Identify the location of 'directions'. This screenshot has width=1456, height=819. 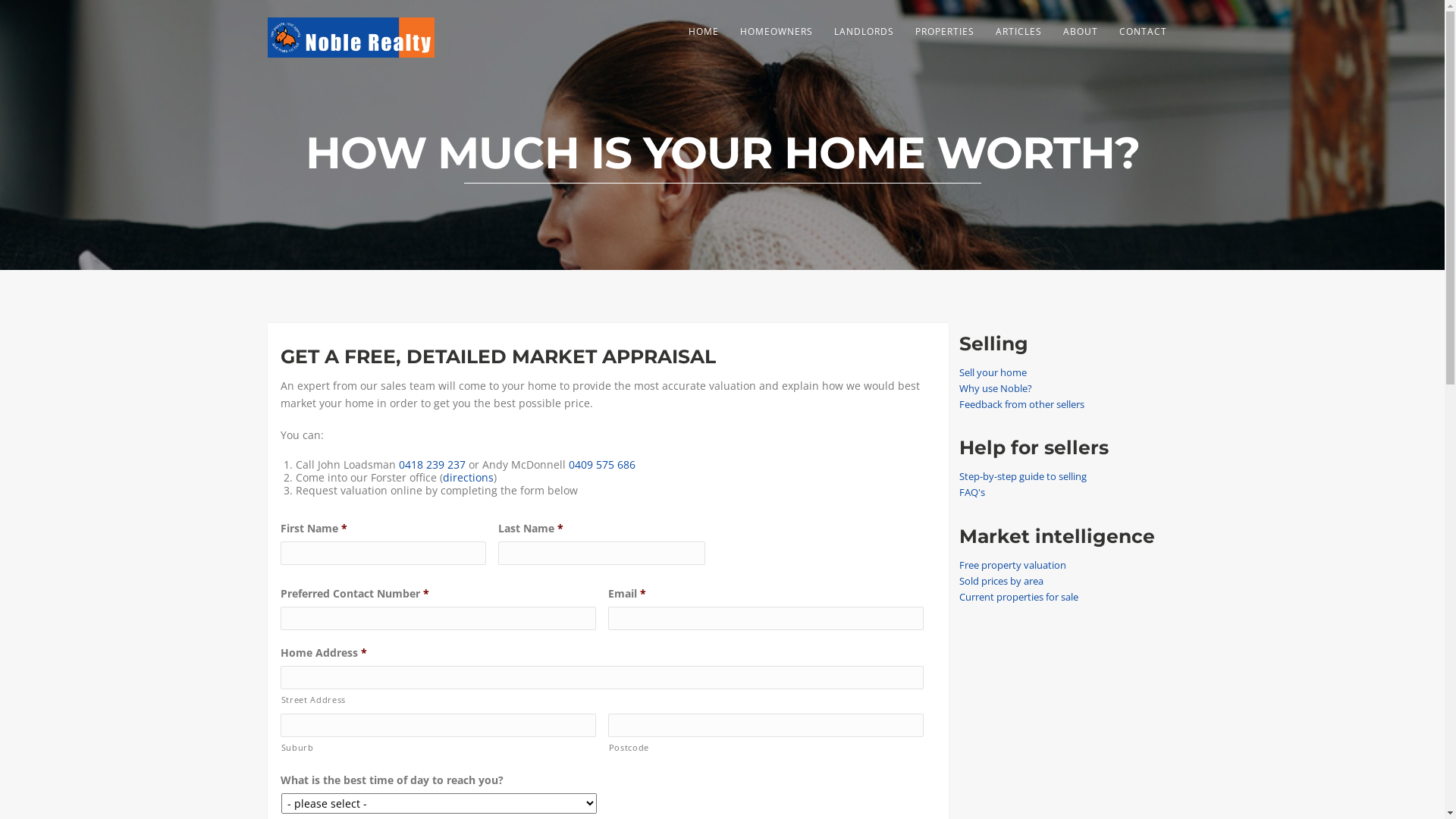
(467, 476).